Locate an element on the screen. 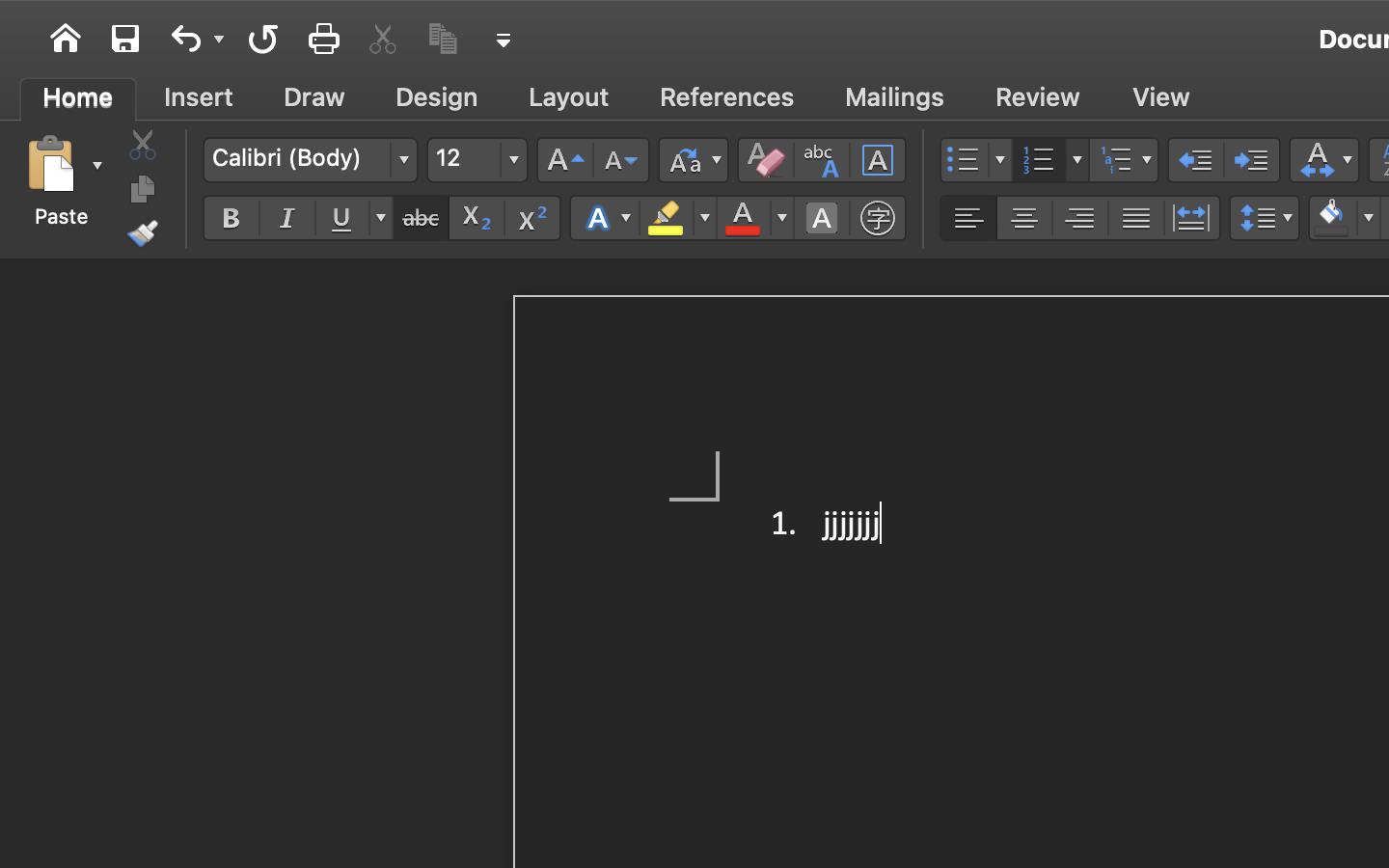  'Calibri (Body)' is located at coordinates (310, 159).